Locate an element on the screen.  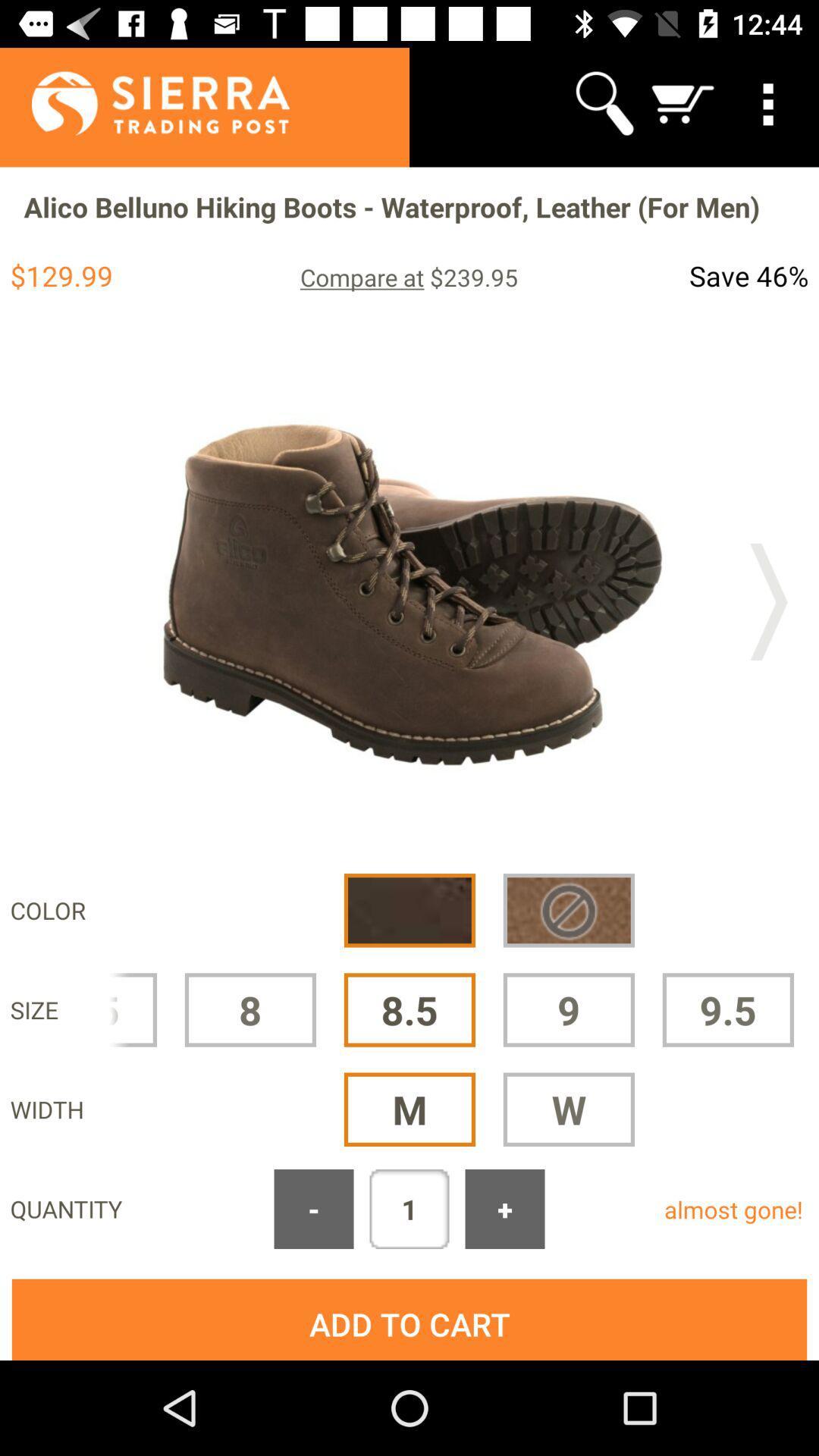
item to the left of save 46% is located at coordinates (408, 277).